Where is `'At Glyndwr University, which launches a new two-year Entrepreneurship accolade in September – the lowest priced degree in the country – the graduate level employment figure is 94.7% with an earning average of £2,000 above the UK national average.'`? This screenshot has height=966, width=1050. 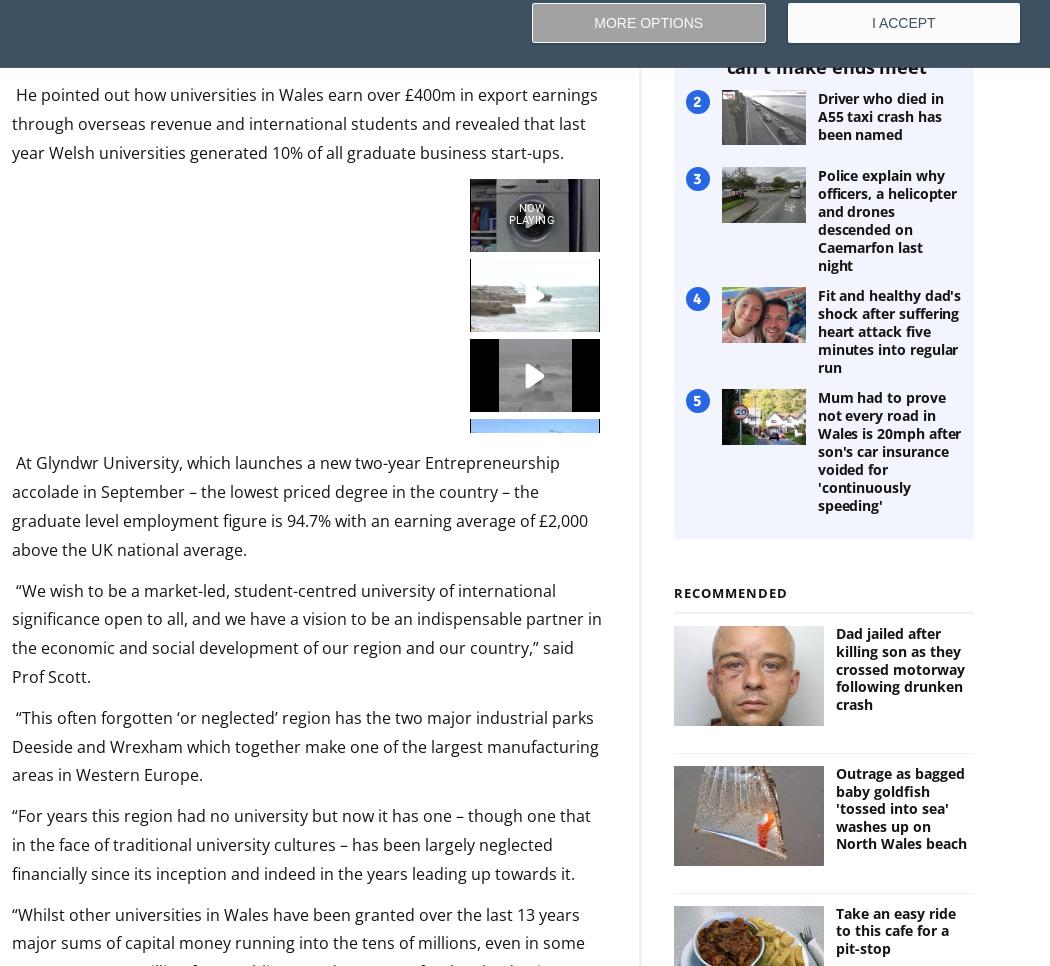 'At Glyndwr University, which launches a new two-year Entrepreneurship accolade in September – the lowest priced degree in the country – the graduate level employment figure is 94.7% with an earning average of £2,000 above the UK national average.' is located at coordinates (298, 504).